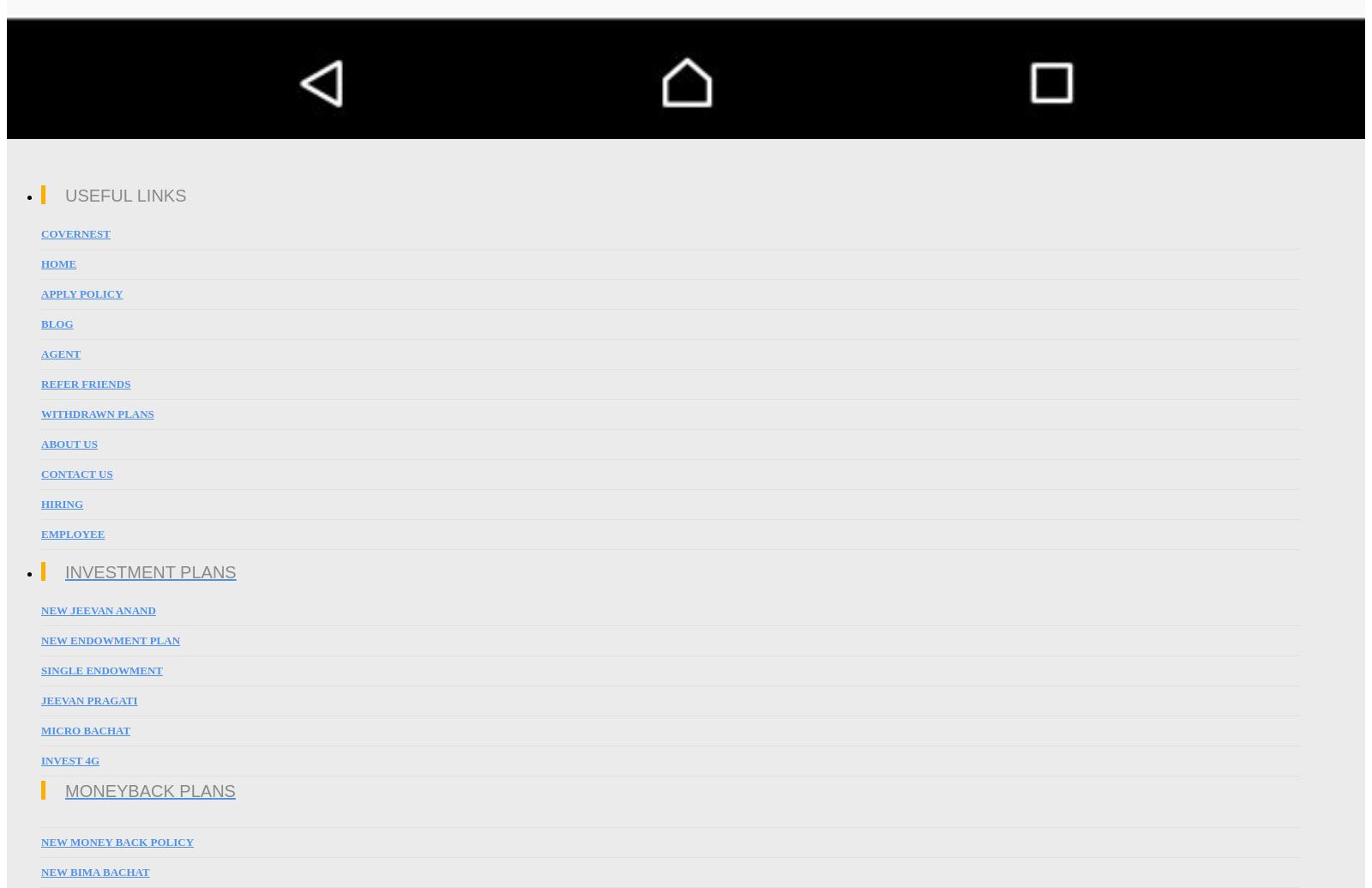 The image size is (1372, 888). I want to click on 'Invest 4G', so click(69, 759).